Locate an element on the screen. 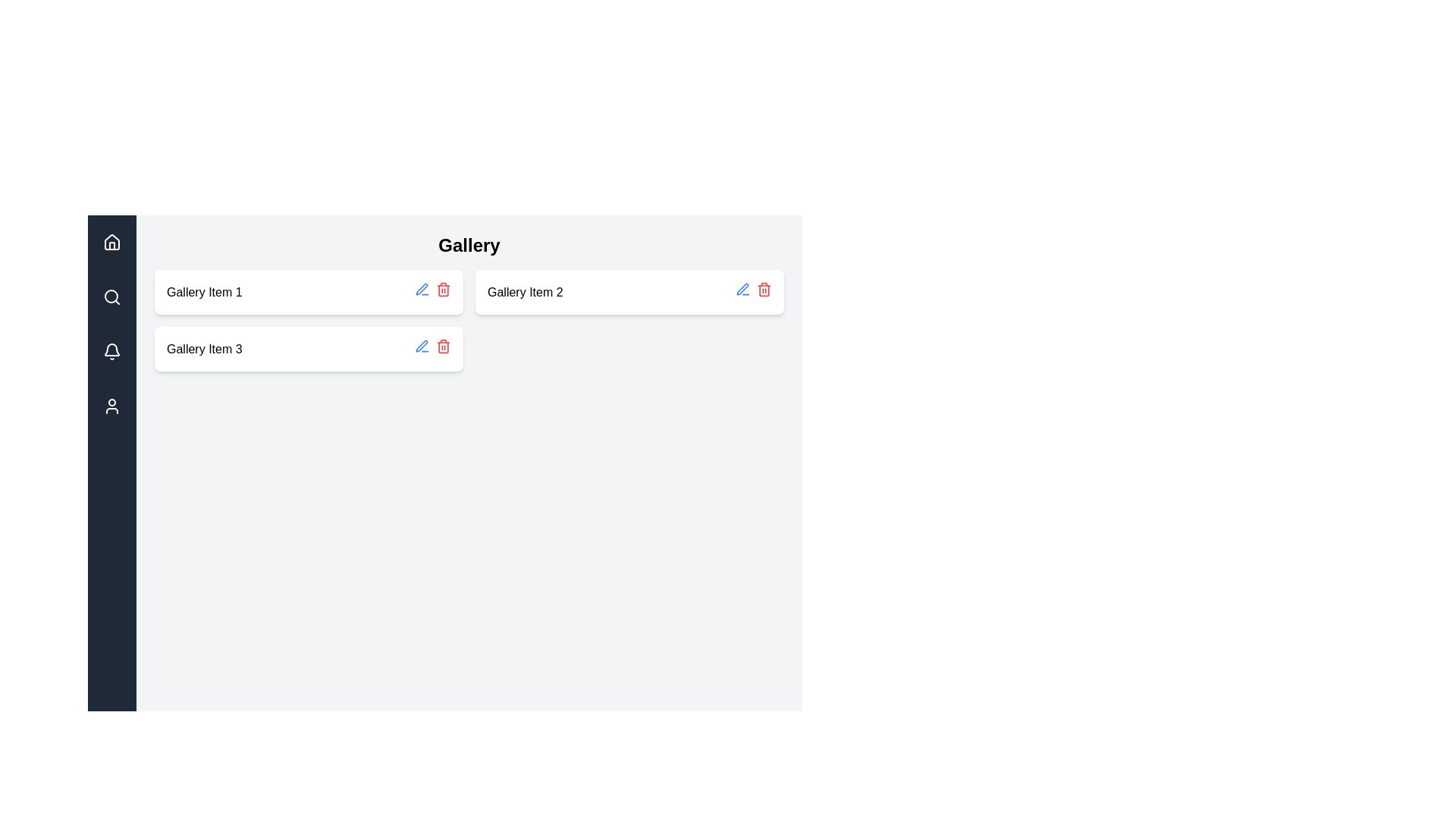 The image size is (1456, 819). the pencil-shaped icon is located at coordinates (753, 292).